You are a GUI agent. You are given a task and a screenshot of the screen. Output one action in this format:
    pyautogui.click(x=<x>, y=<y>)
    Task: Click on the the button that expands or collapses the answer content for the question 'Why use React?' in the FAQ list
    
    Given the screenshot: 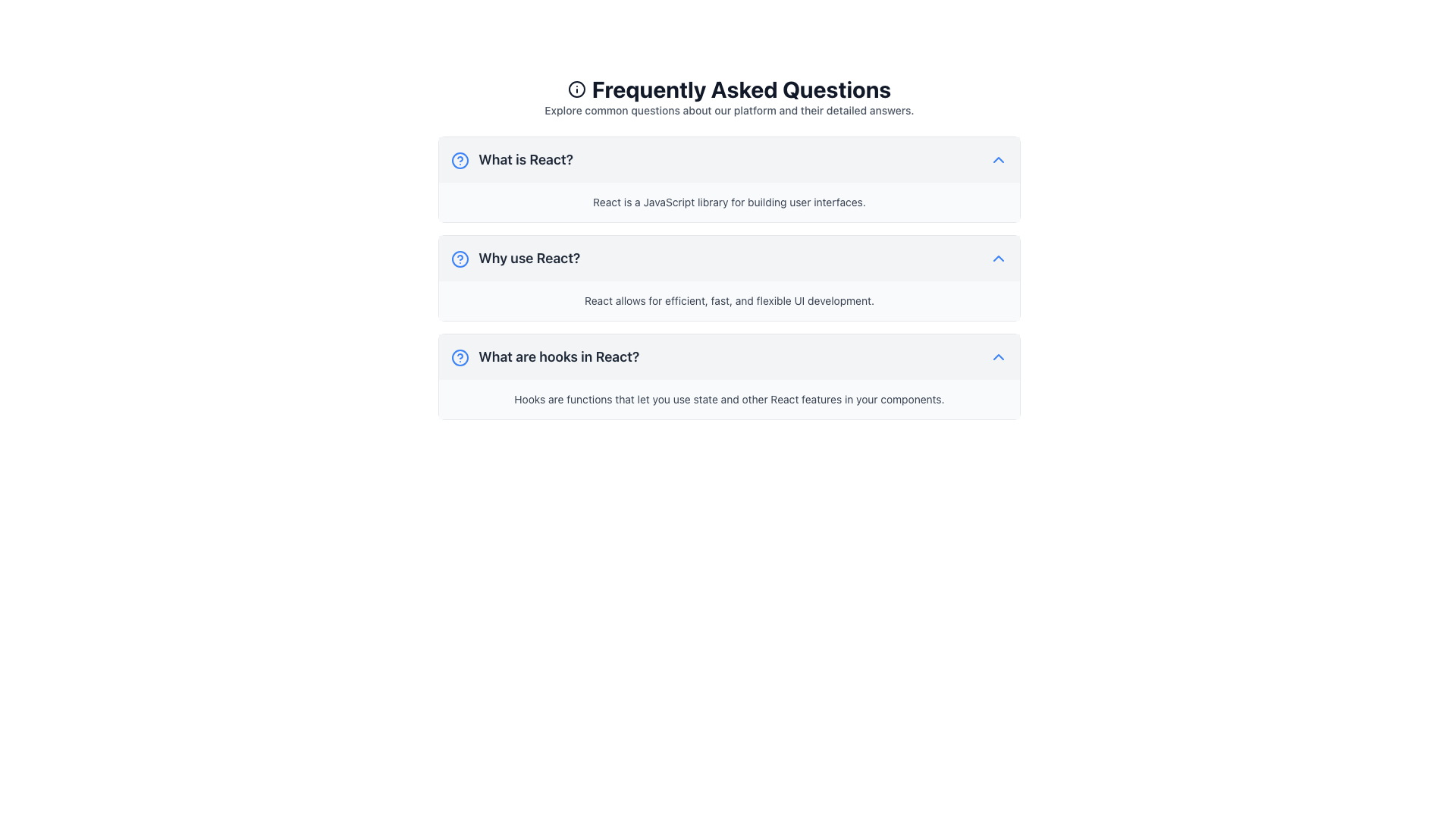 What is the action you would take?
    pyautogui.click(x=729, y=257)
    